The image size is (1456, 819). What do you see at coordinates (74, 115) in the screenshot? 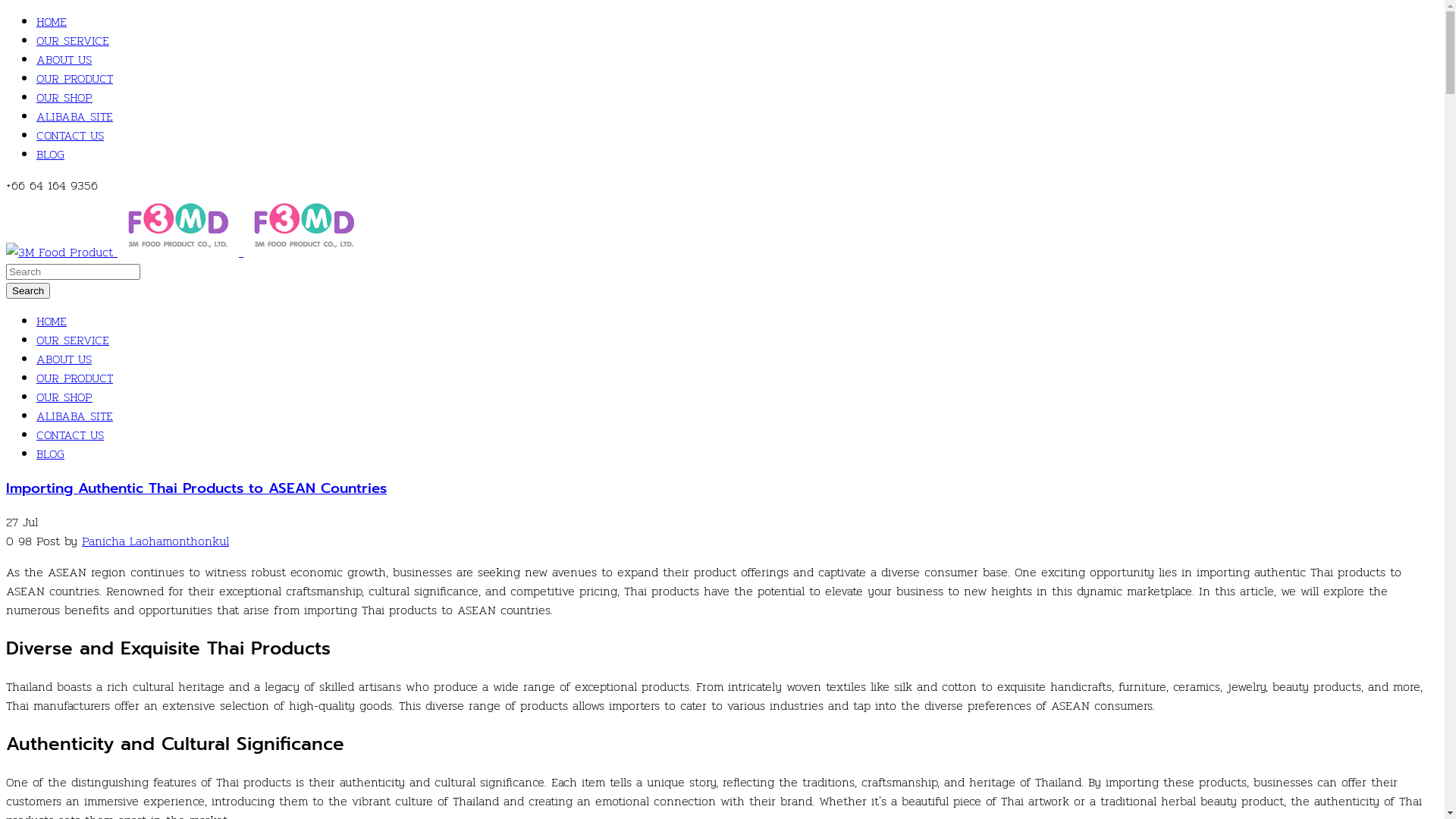
I see `'ALIBABA SITE'` at bounding box center [74, 115].